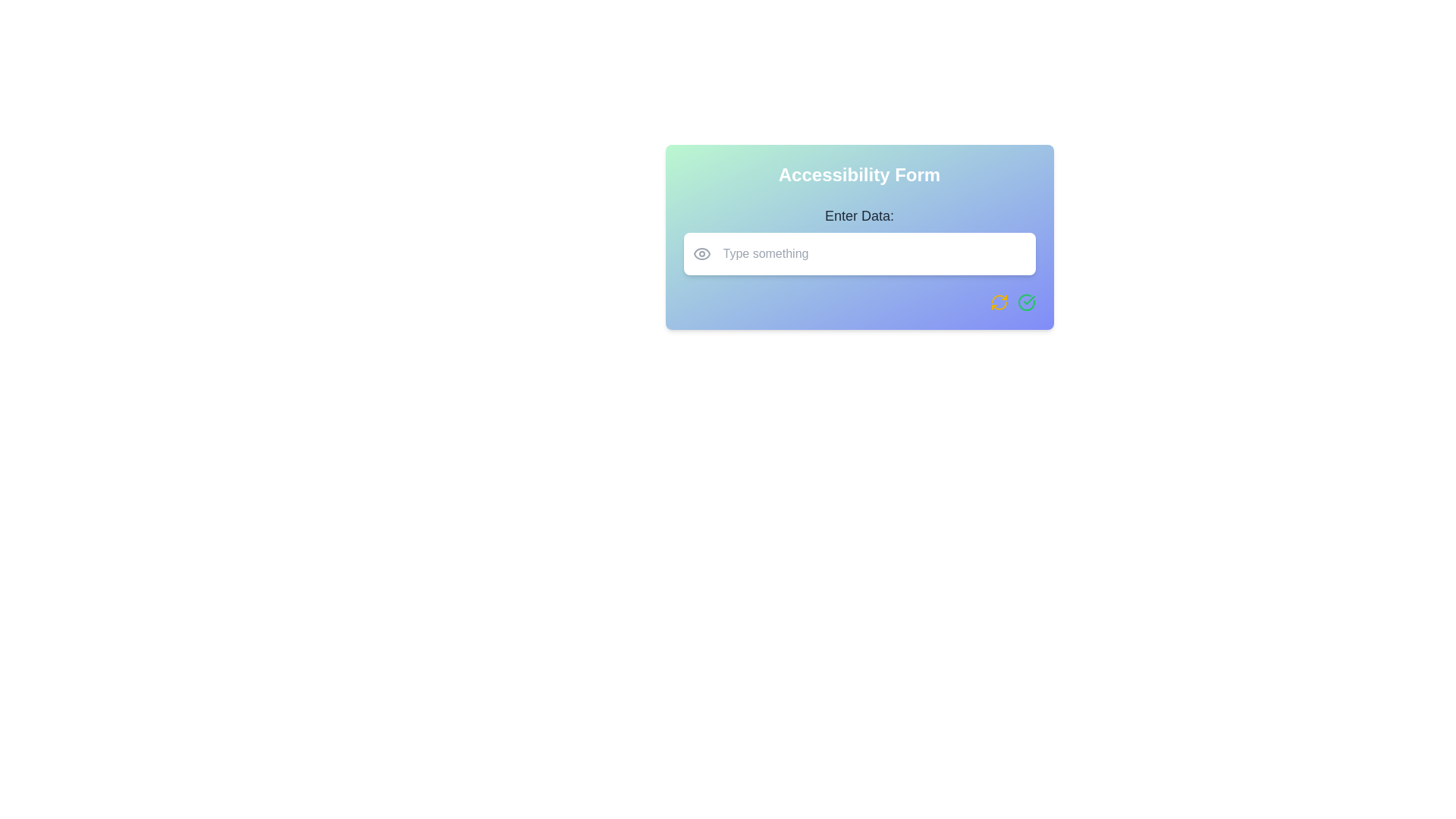  What do you see at coordinates (859, 174) in the screenshot?
I see `prominent header text 'Accessibility Form' styled in white, centered at the top of the card-like component` at bounding box center [859, 174].